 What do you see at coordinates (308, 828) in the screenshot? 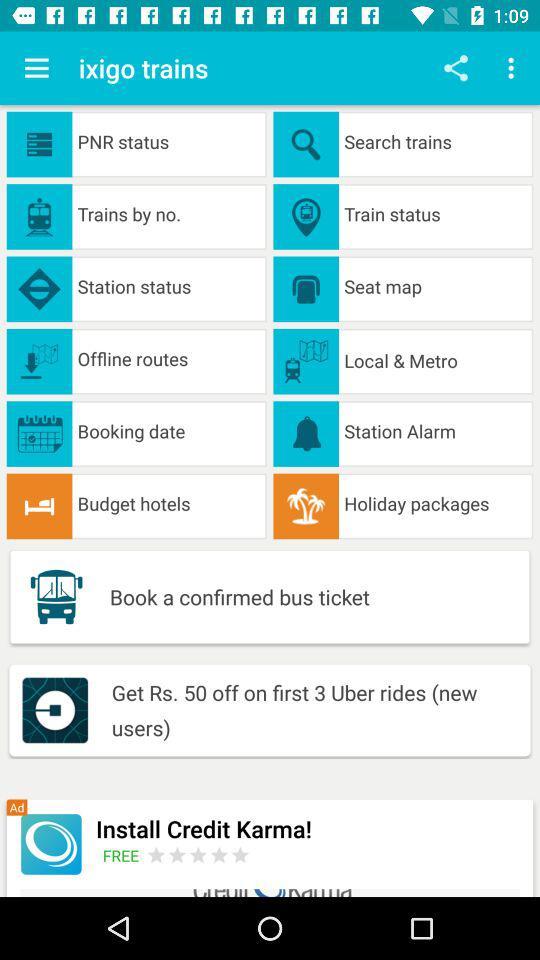
I see `icon below get rs 50 icon` at bounding box center [308, 828].